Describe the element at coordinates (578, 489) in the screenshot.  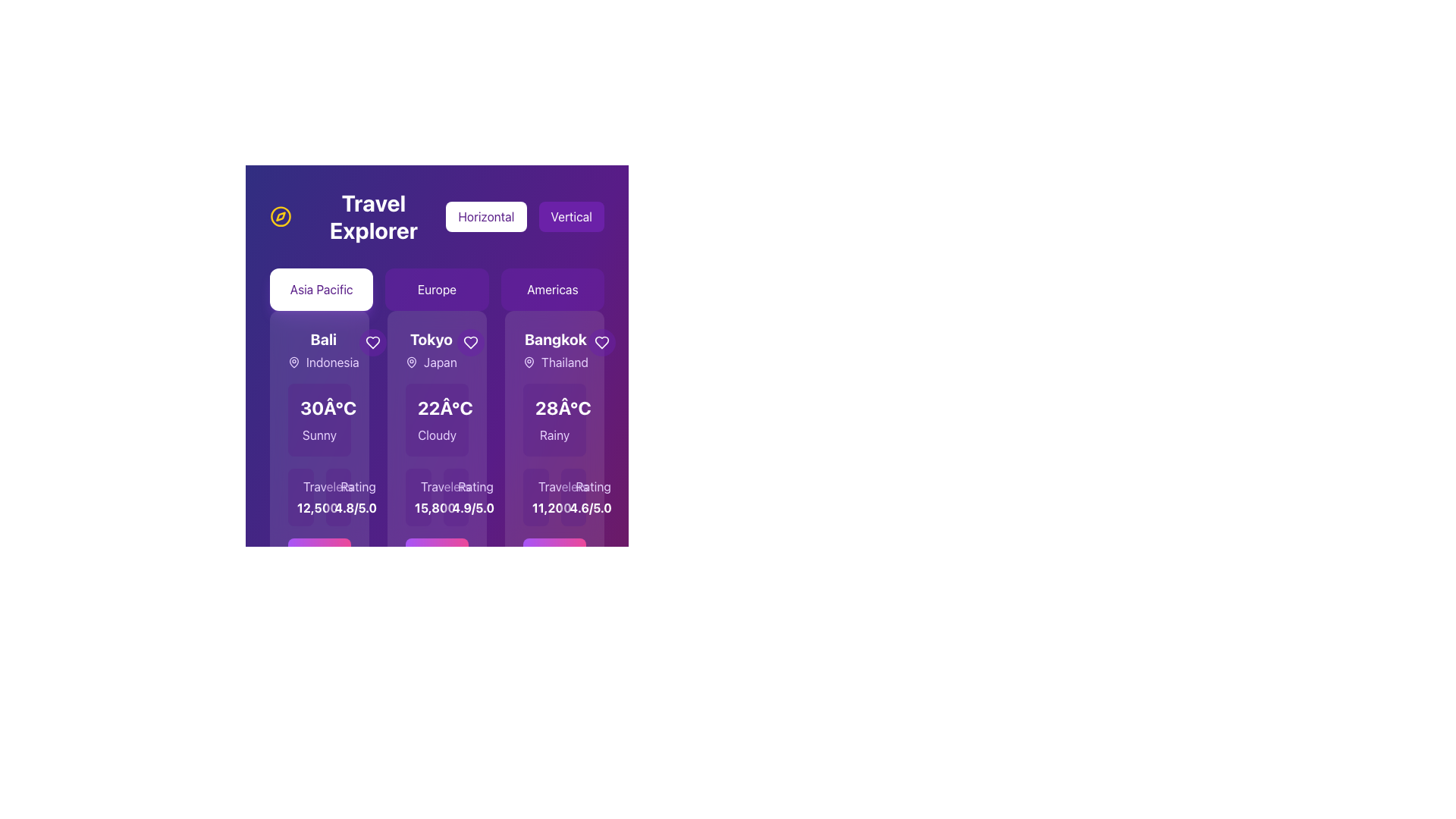
I see `the star icon for rating located next to the numerical rating text '4.6' at the bottom section of the card for 'Bangkok, Thailand'` at that location.